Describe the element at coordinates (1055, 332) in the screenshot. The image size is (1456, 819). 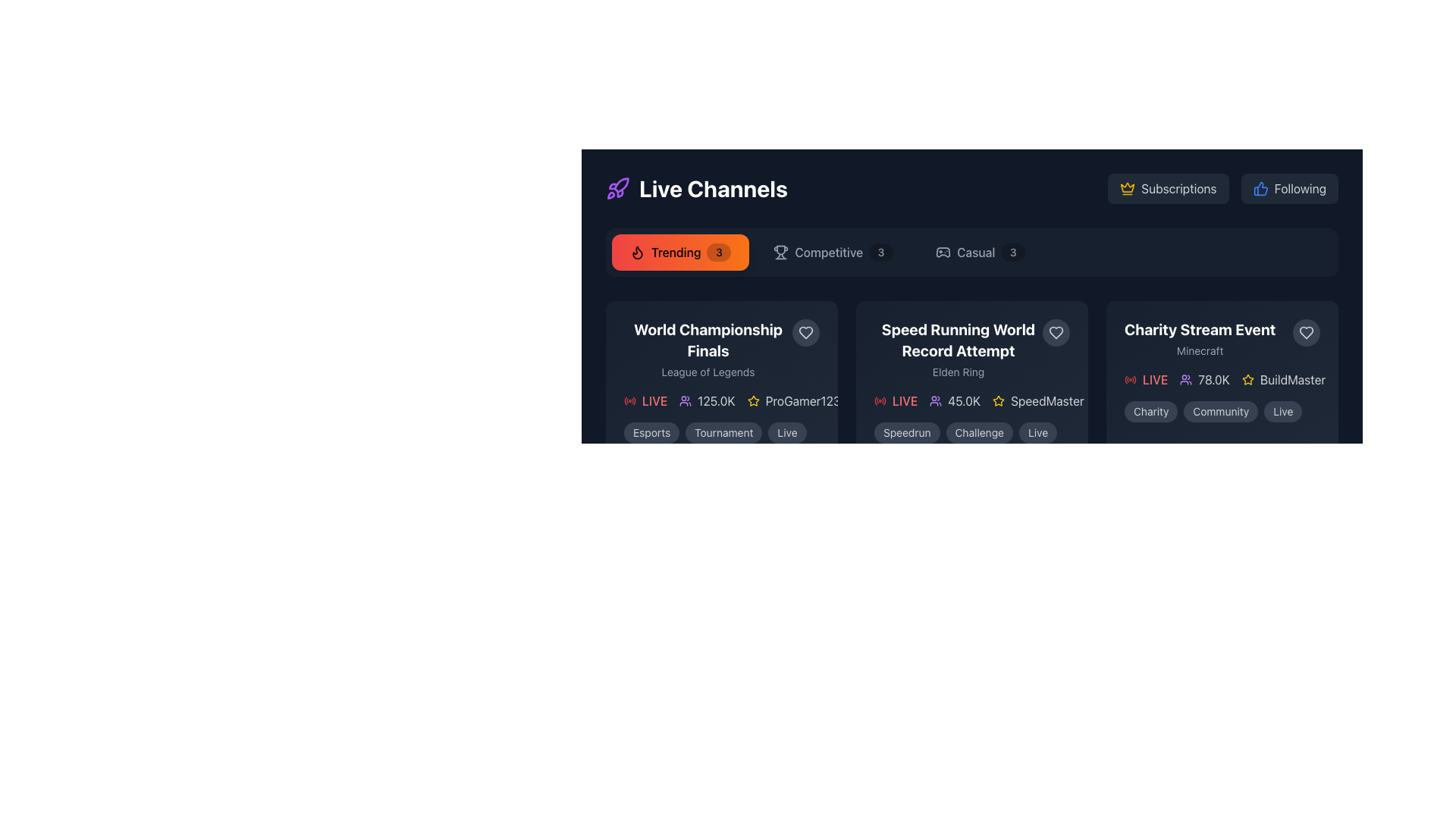
I see `the heart-shaped icon with a hollow outline and subtle gray fill located at the top-right corner of the 'Charity Stream Event' card to favorite the associated item` at that location.